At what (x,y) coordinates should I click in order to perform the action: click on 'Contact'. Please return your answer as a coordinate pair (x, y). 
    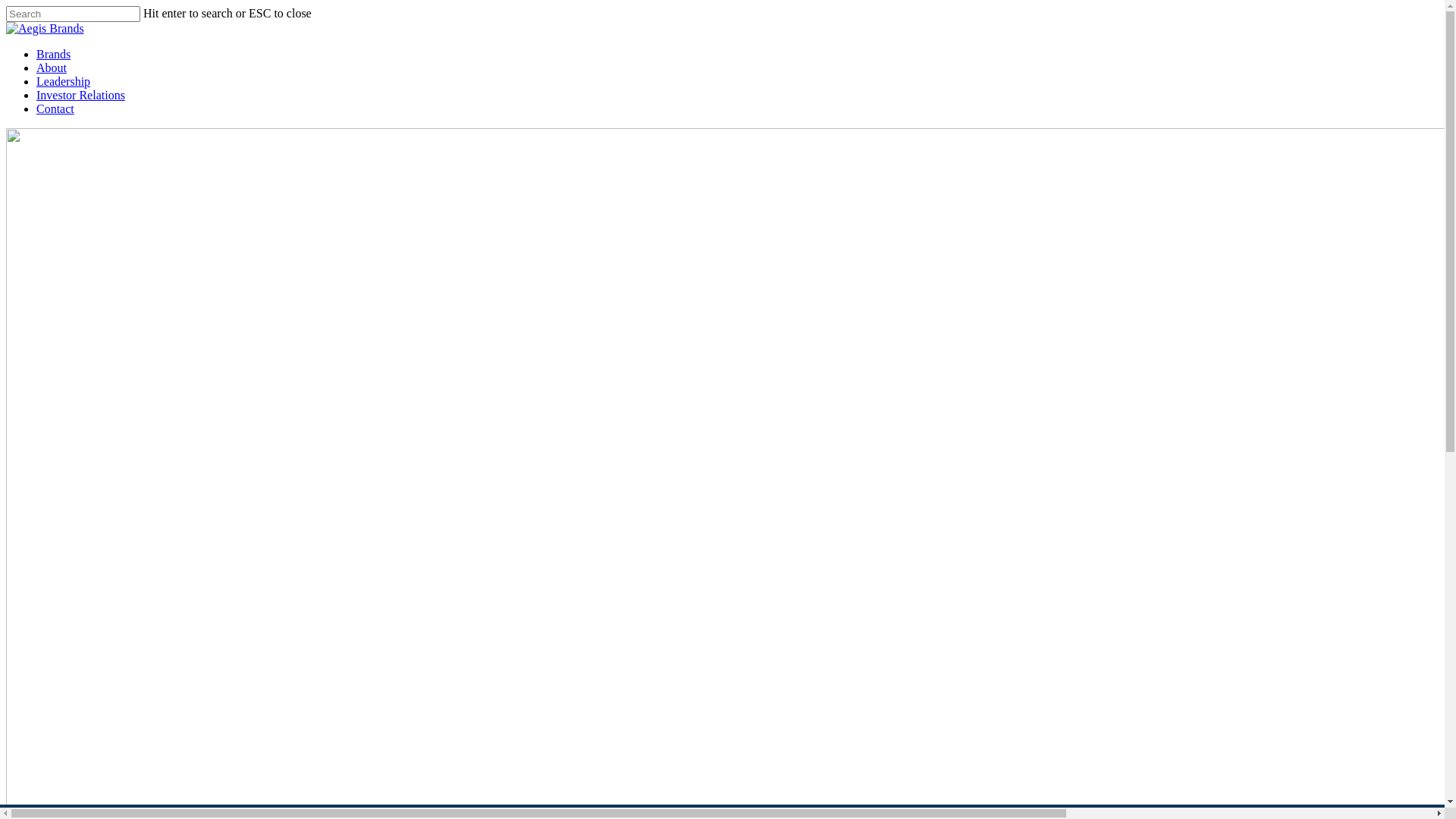
    Looking at the image, I should click on (55, 108).